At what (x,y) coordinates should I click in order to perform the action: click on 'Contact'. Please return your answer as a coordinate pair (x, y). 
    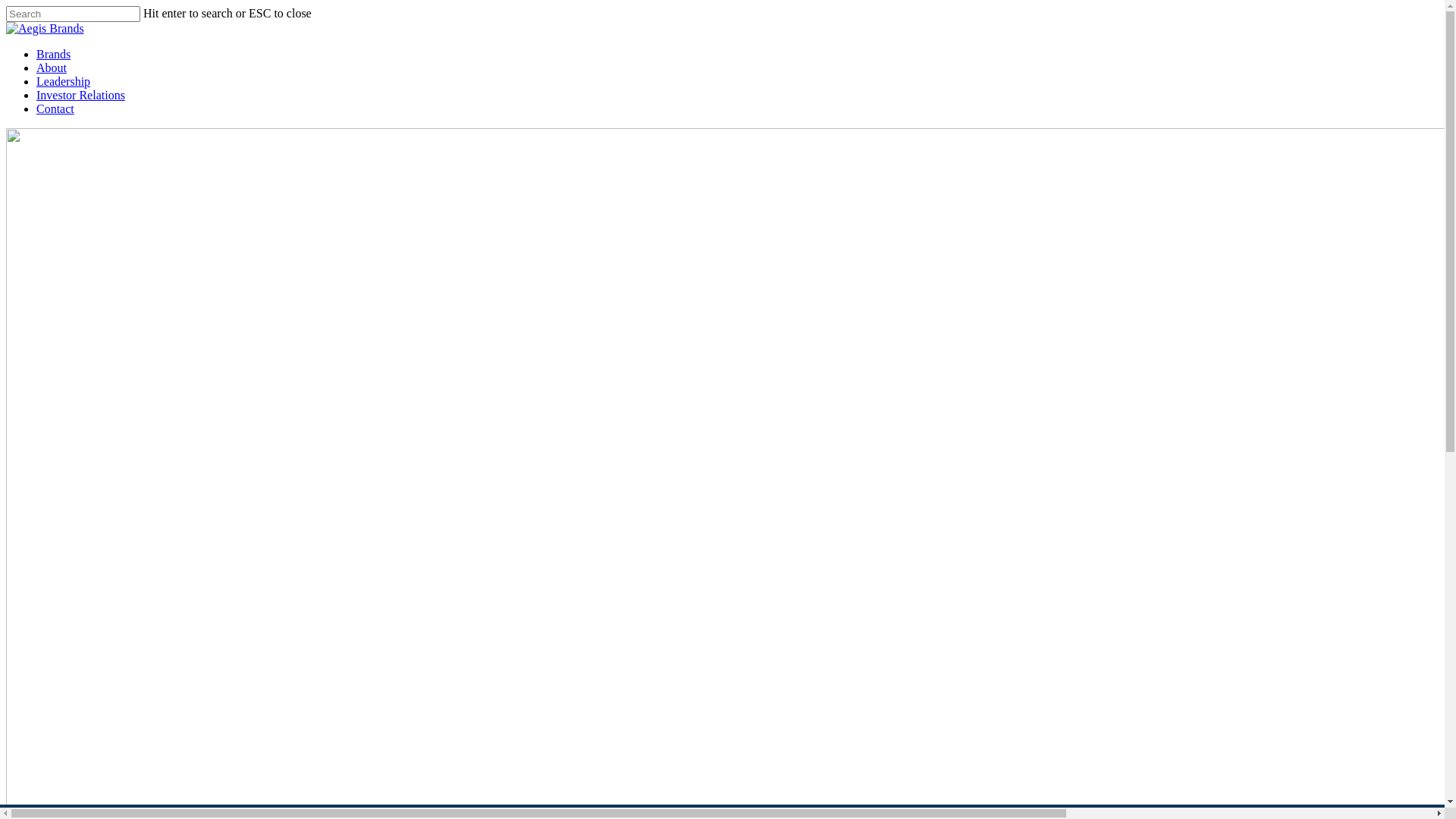
    Looking at the image, I should click on (55, 108).